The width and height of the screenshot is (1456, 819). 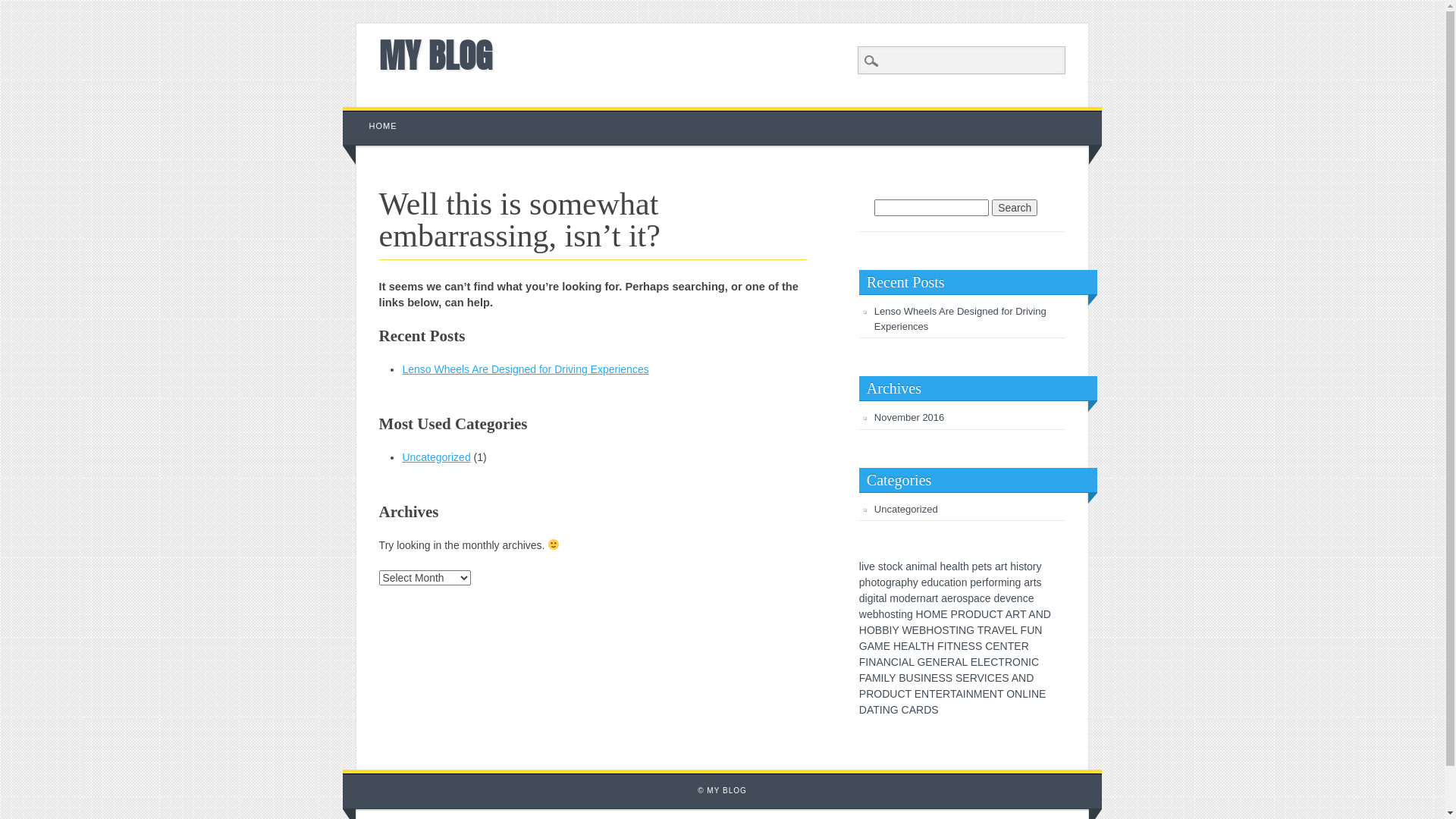 I want to click on 'T', so click(x=997, y=693).